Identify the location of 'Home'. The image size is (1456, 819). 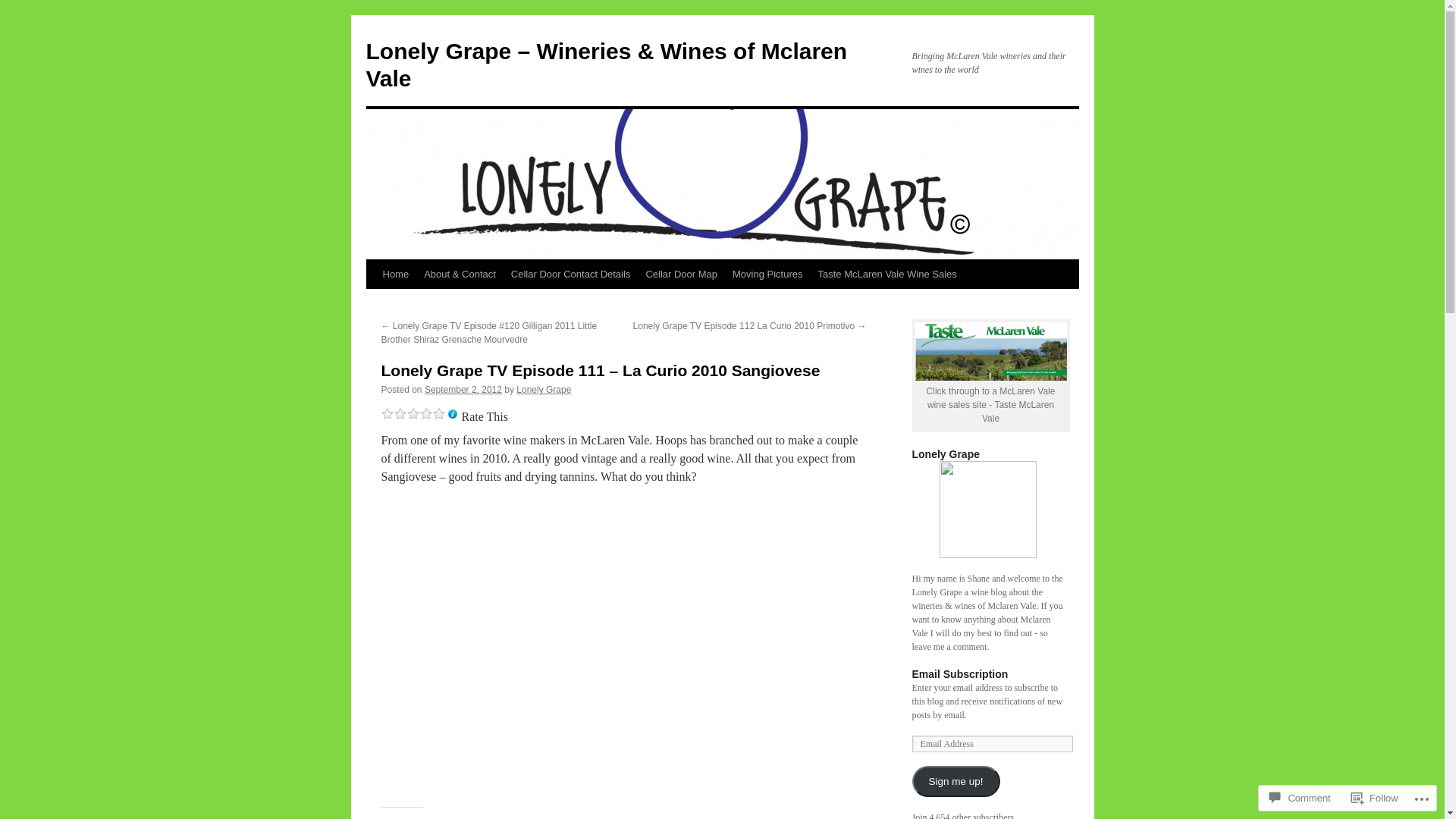
(395, 275).